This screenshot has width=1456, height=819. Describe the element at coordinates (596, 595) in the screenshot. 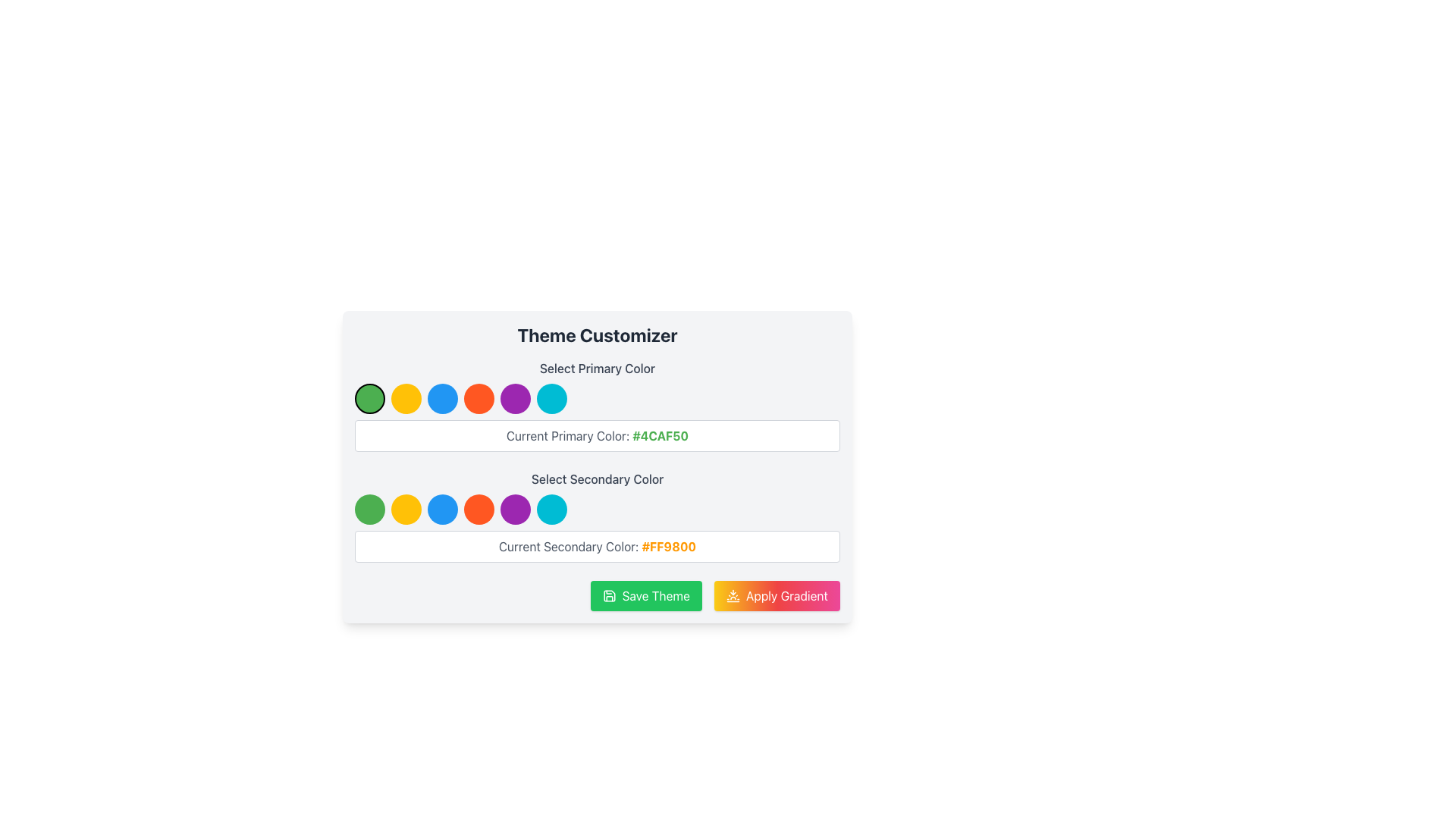

I see `the green 'Save Theme' button located in the 'Theme Customizer' section` at that location.